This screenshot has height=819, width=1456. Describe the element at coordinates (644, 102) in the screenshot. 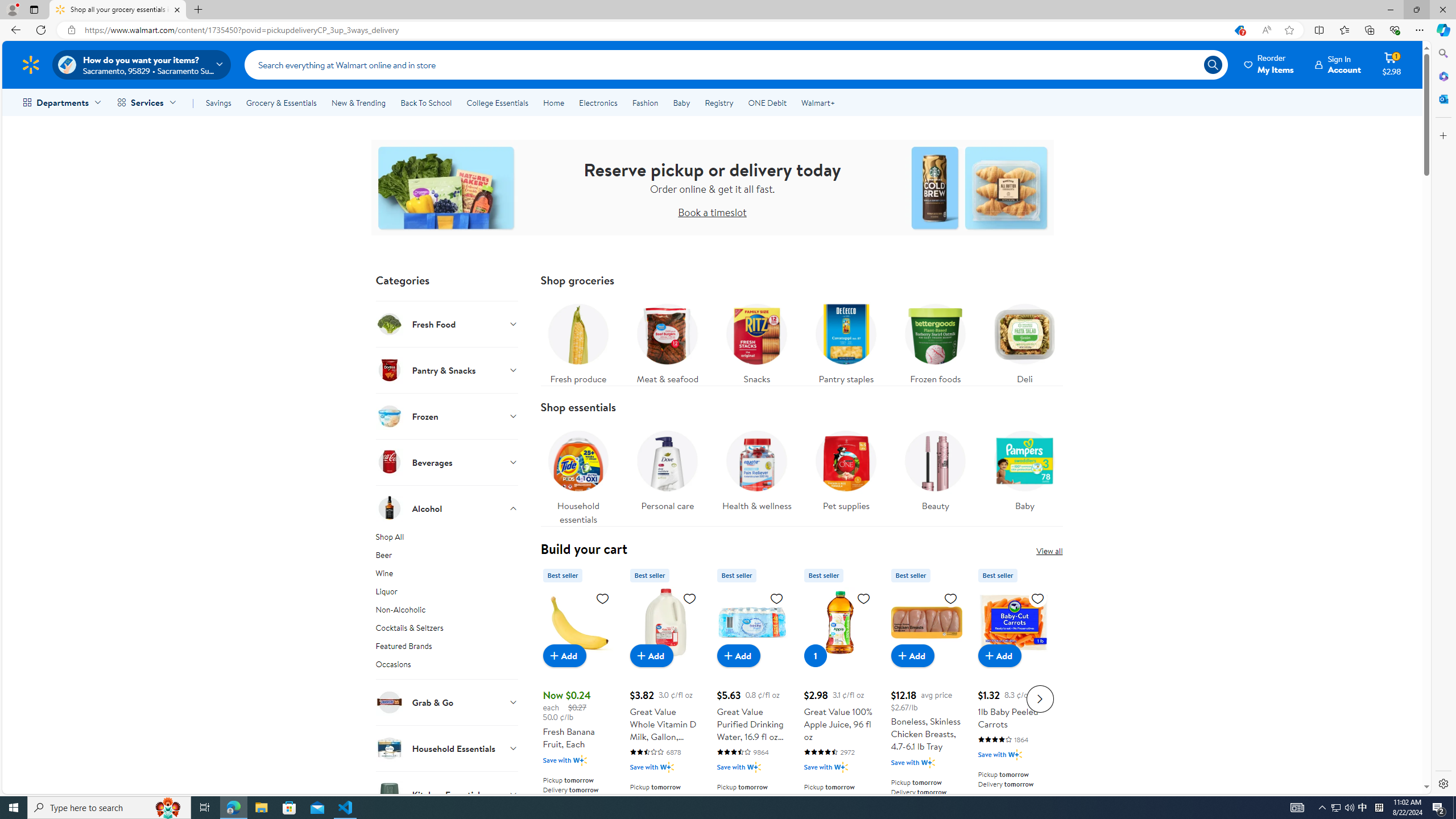

I see `'Fashion'` at that location.